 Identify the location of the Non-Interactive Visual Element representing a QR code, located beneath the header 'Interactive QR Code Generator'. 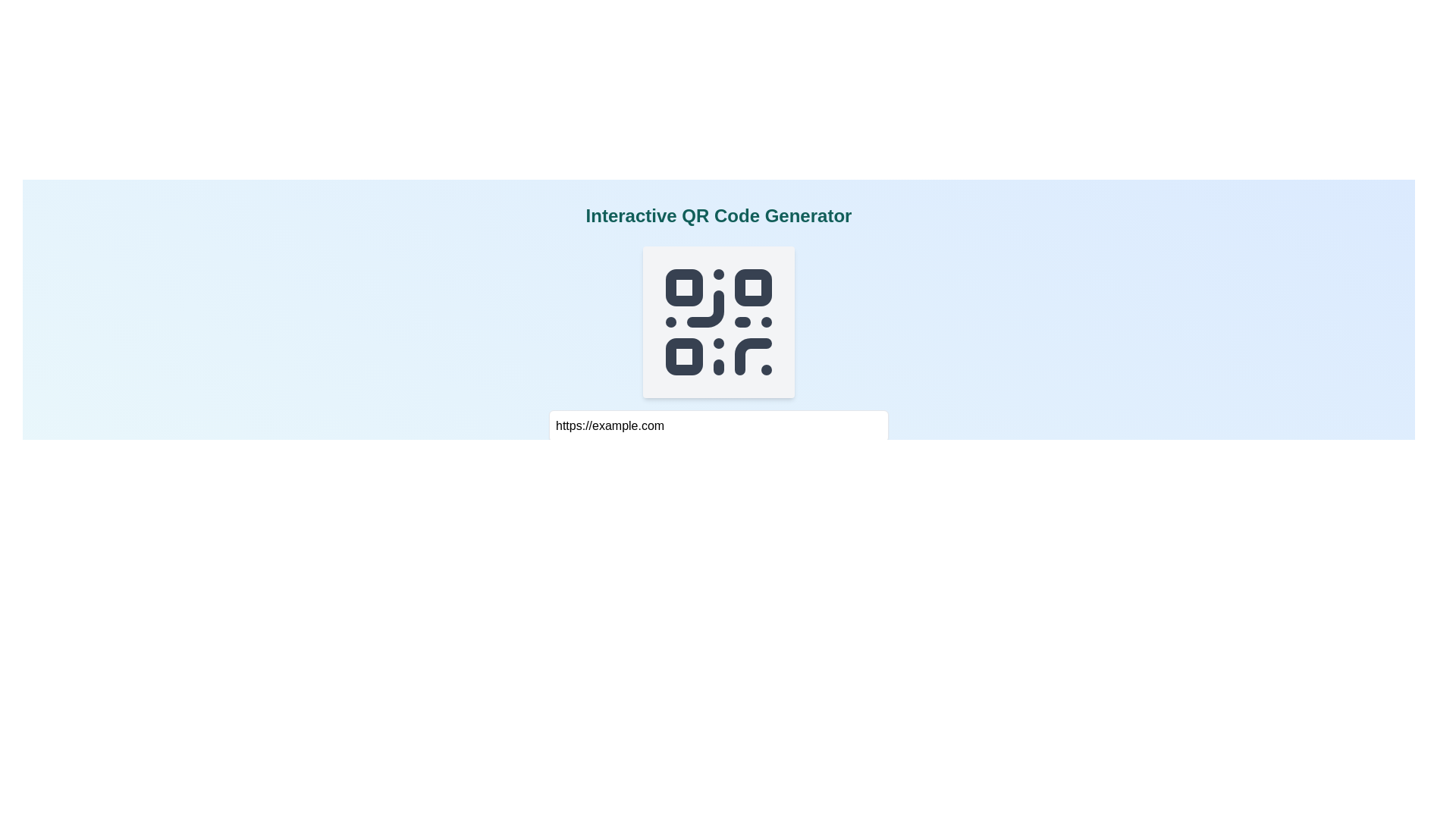
(718, 321).